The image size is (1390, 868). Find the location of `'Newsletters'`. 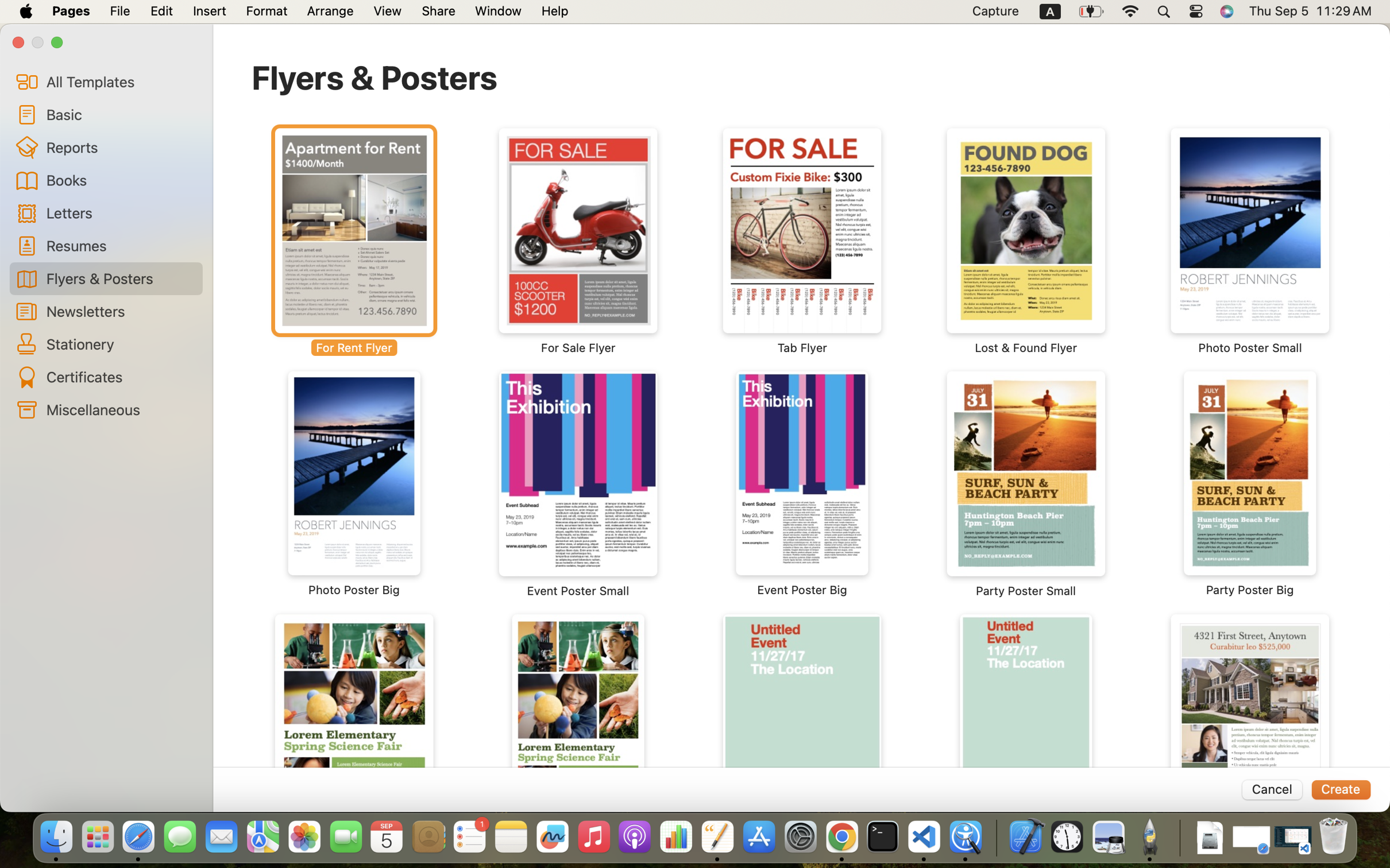

'Newsletters' is located at coordinates (119, 310).